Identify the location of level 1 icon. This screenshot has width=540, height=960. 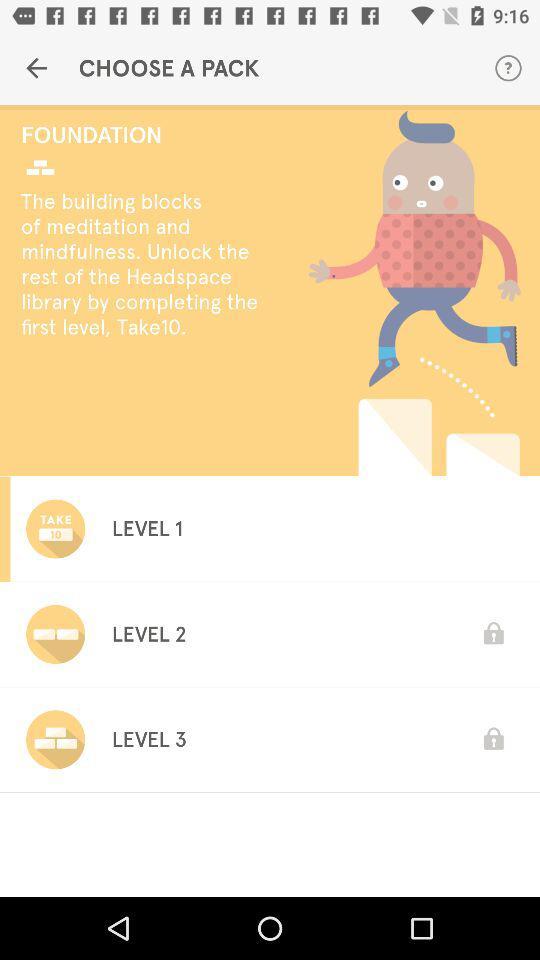
(146, 527).